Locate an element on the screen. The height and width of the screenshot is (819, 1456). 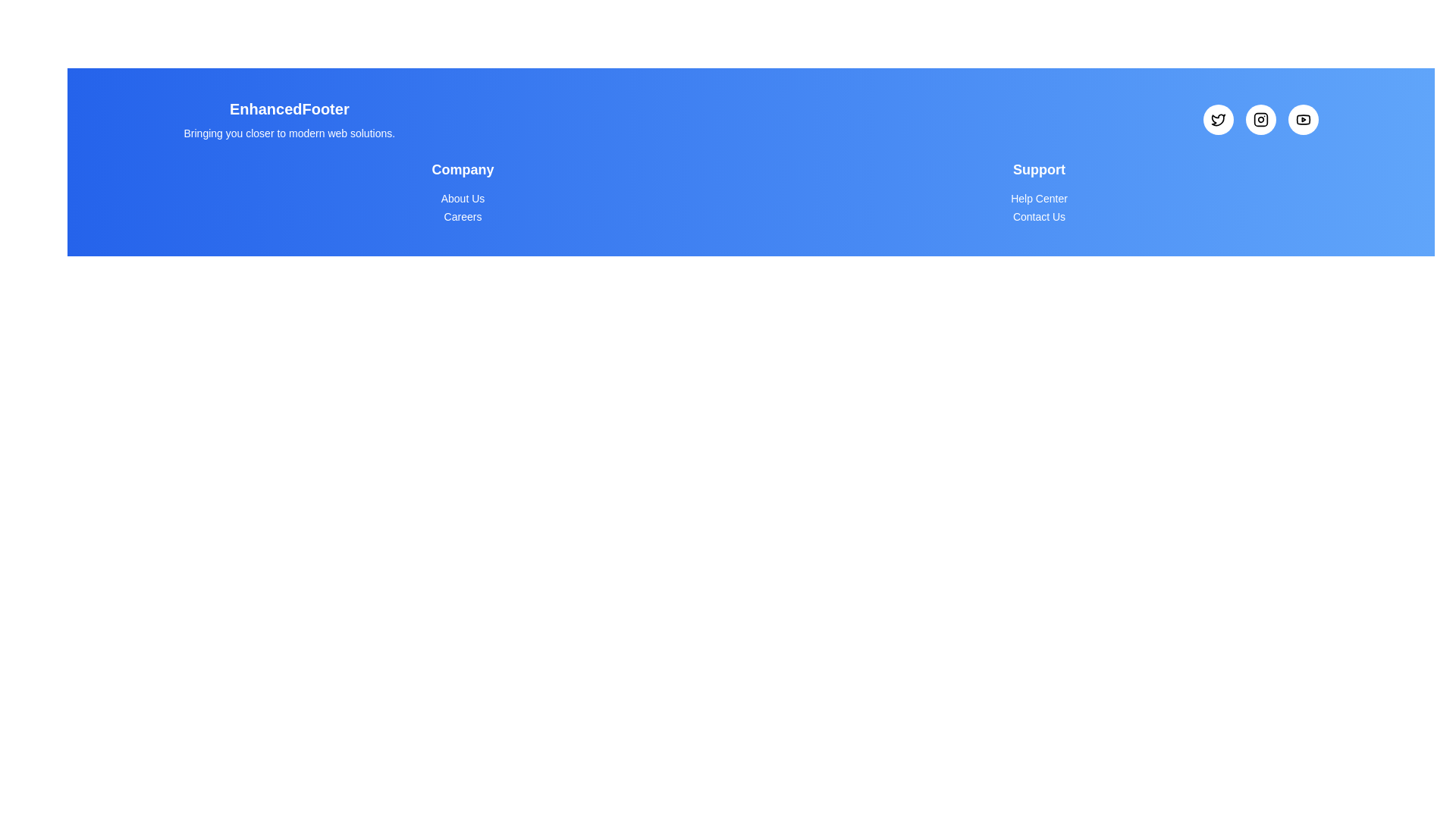
the interactive hyperlinks in the text block located in the right column below the 'Support' heading is located at coordinates (1038, 192).